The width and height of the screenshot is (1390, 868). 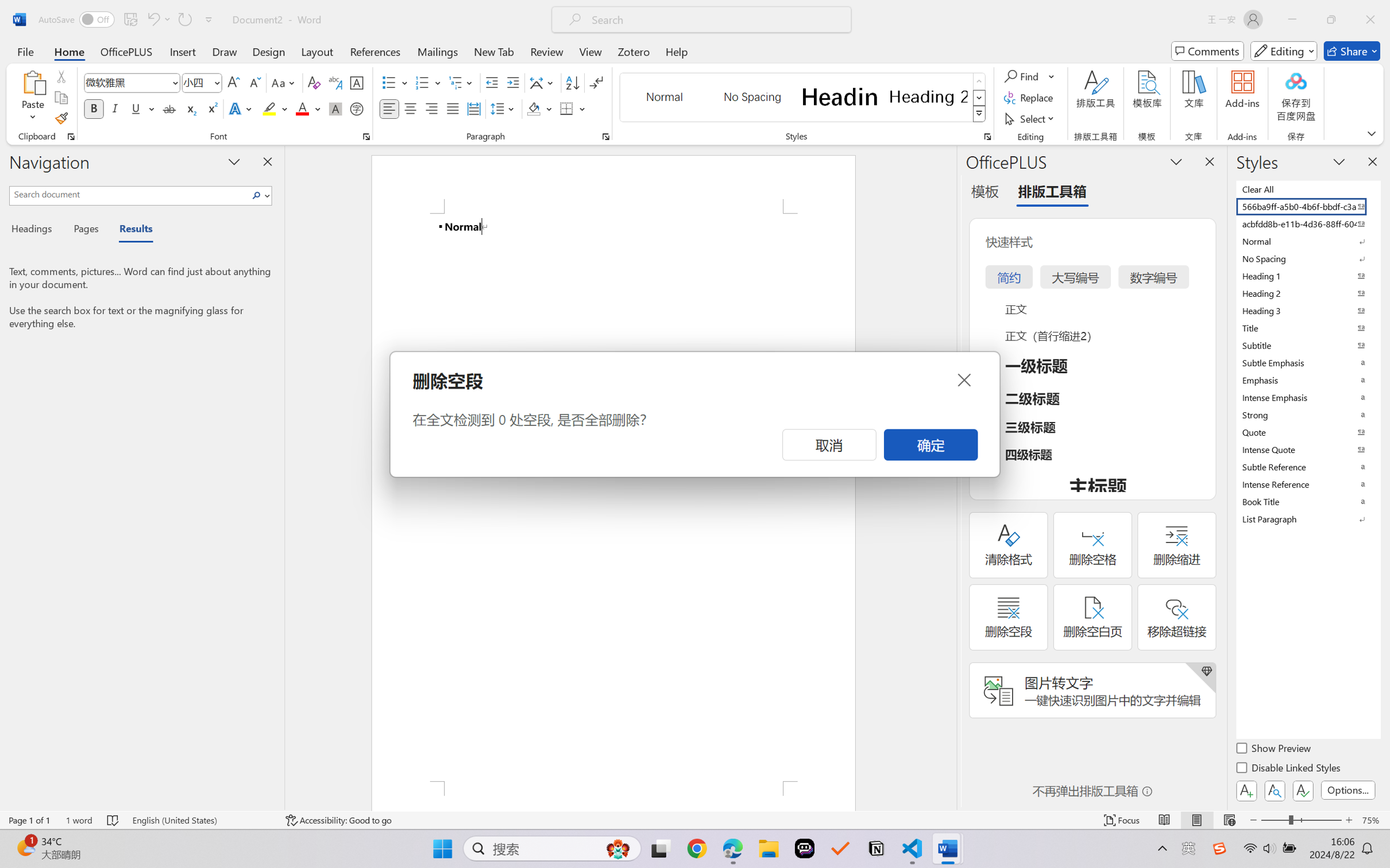 What do you see at coordinates (184, 19) in the screenshot?
I see `'Repeat Doc Close'` at bounding box center [184, 19].